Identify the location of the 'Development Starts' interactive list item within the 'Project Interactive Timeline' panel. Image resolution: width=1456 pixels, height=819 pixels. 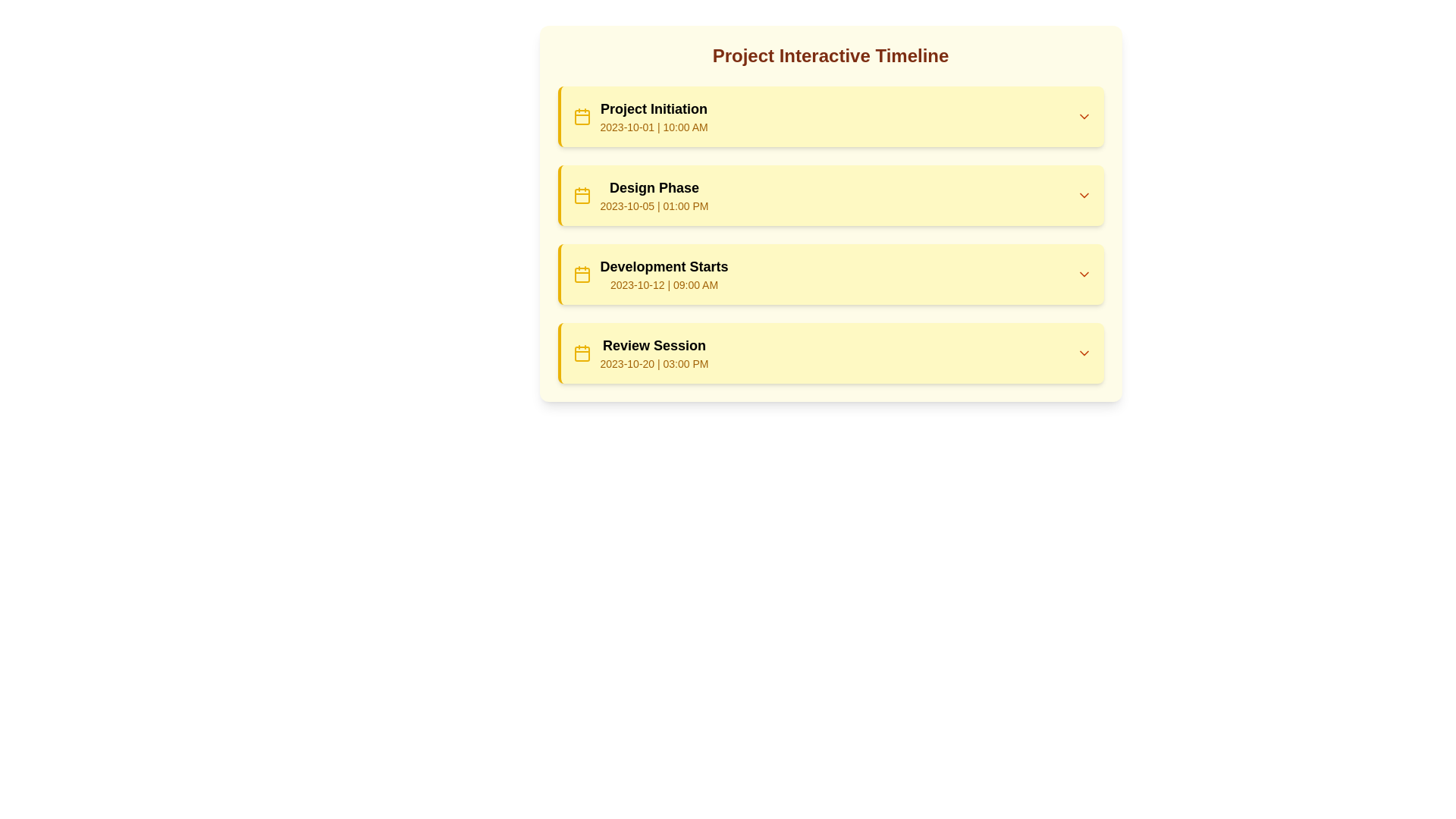
(831, 275).